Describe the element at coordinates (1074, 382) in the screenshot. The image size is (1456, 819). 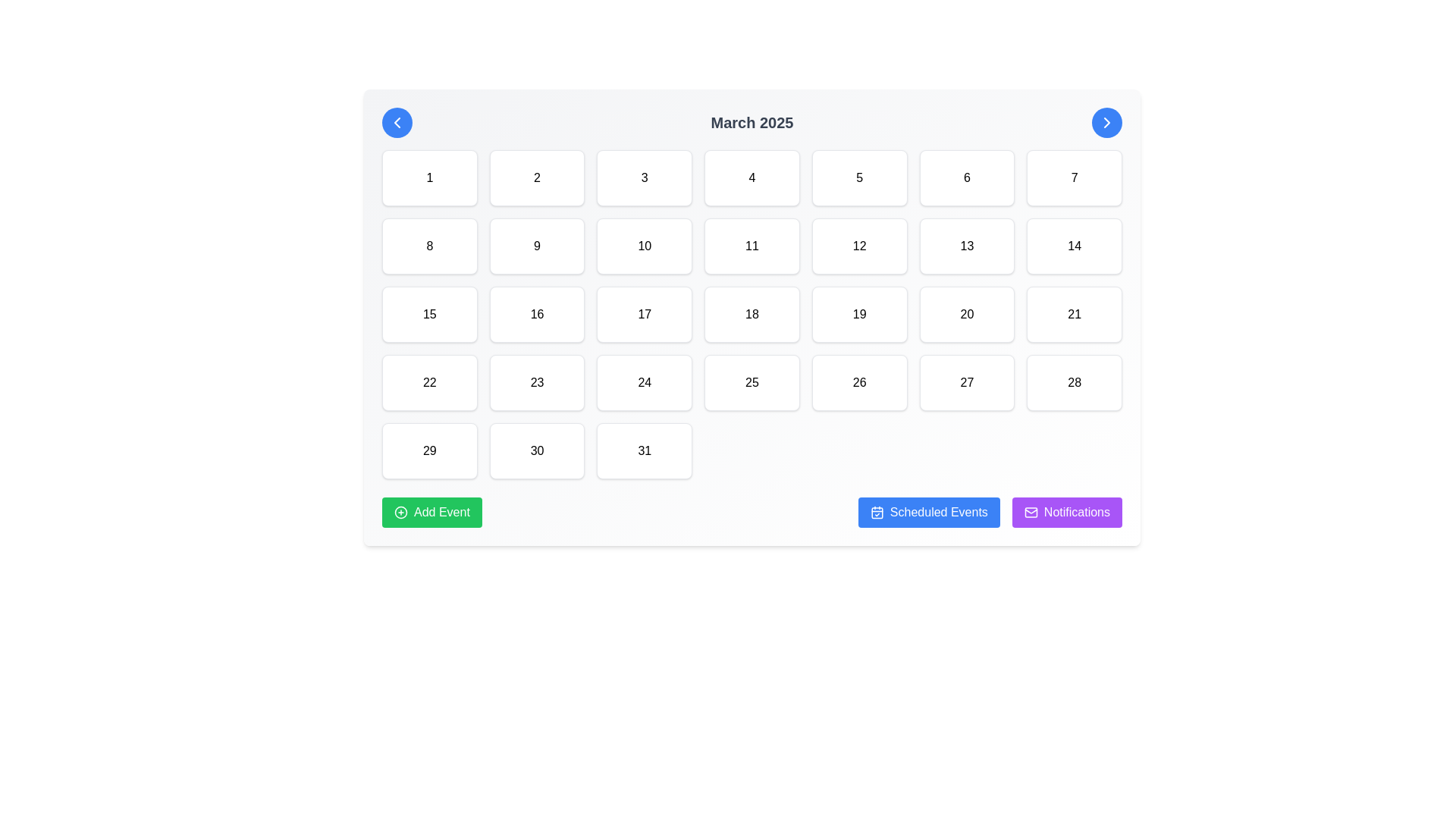
I see `the clickable calendar grid cell representing the 28th day of March 2025` at that location.